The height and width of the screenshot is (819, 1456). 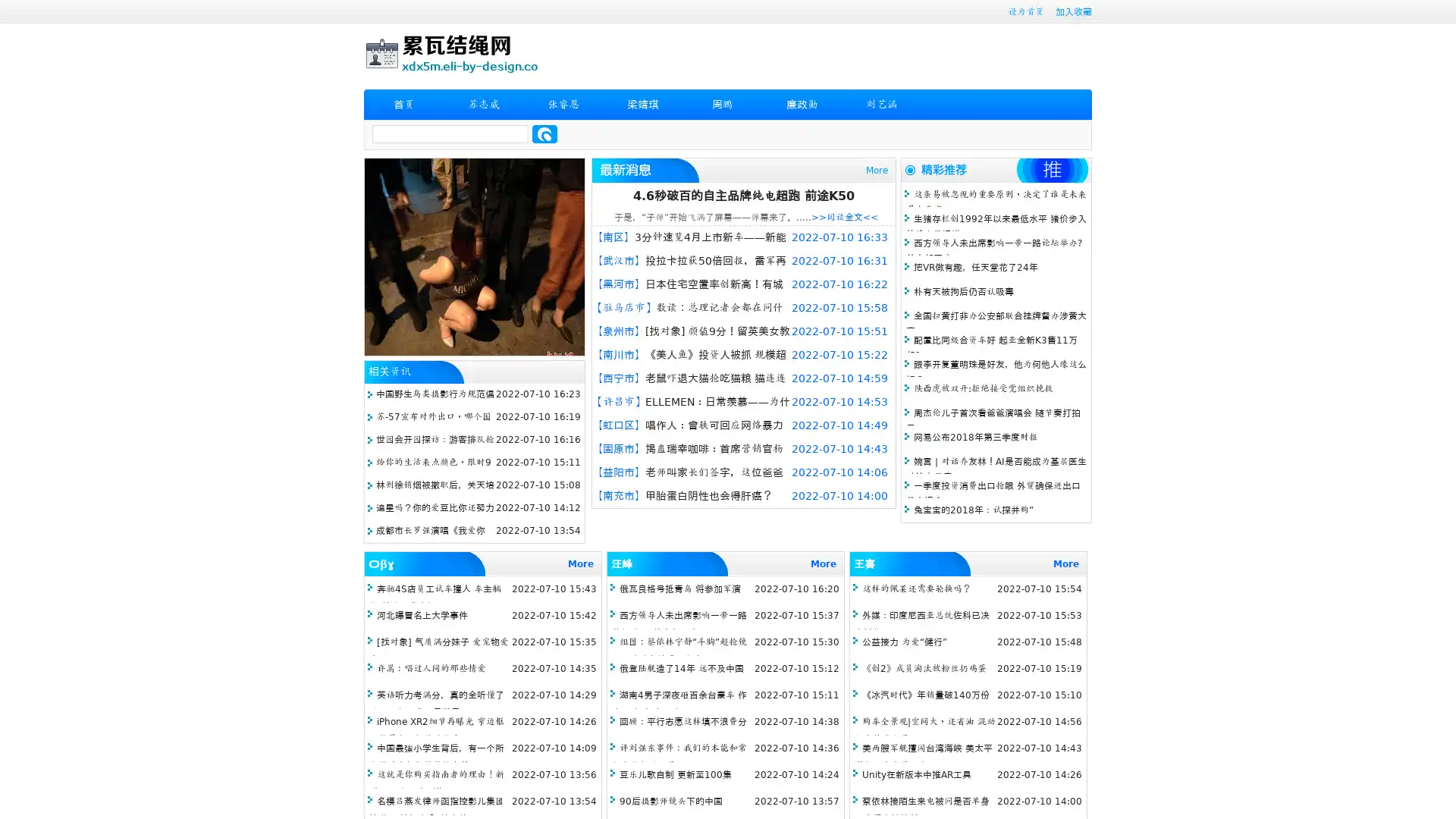 I want to click on Search, so click(x=544, y=133).